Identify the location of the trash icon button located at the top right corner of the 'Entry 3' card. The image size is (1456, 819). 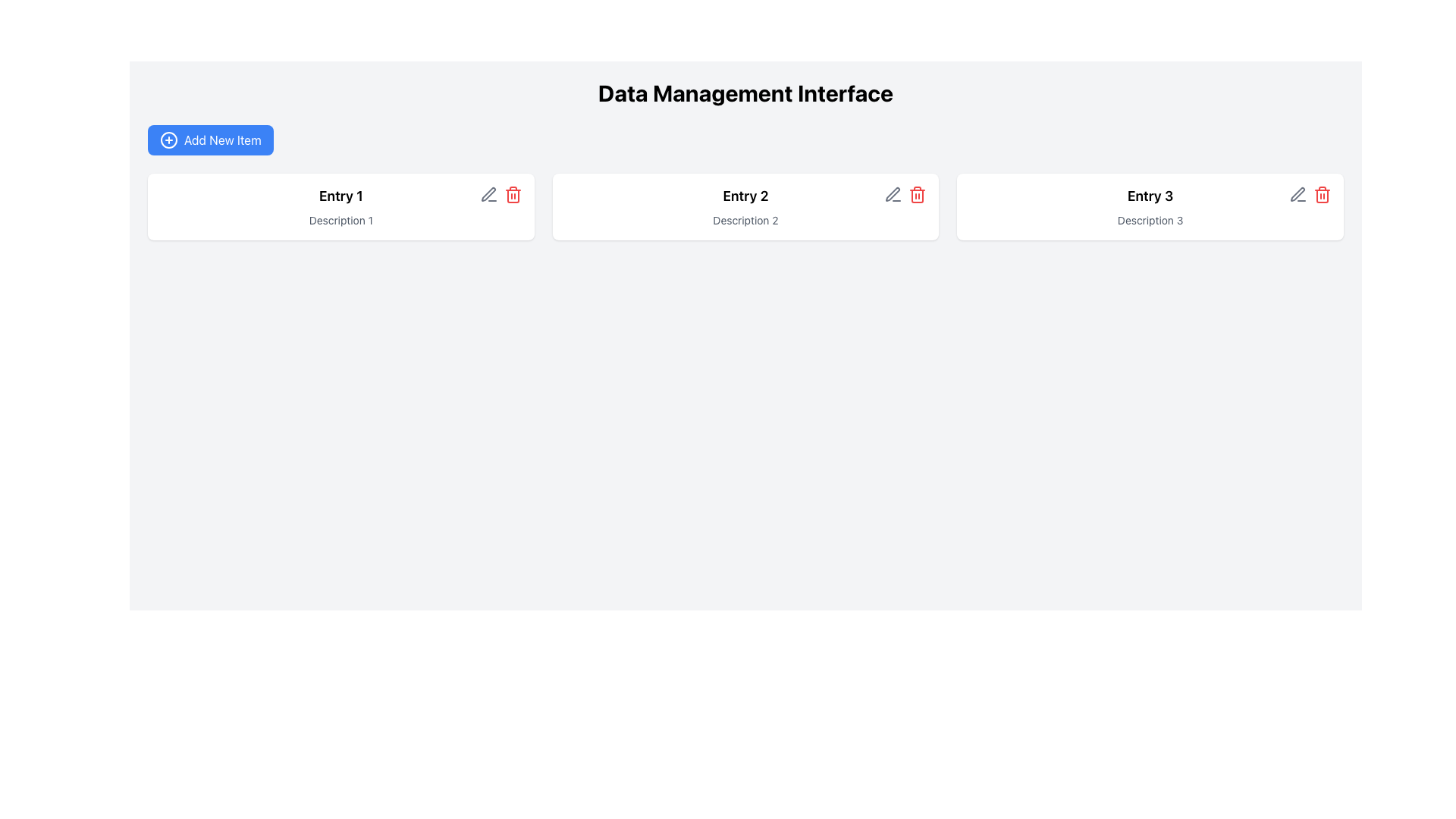
(1321, 195).